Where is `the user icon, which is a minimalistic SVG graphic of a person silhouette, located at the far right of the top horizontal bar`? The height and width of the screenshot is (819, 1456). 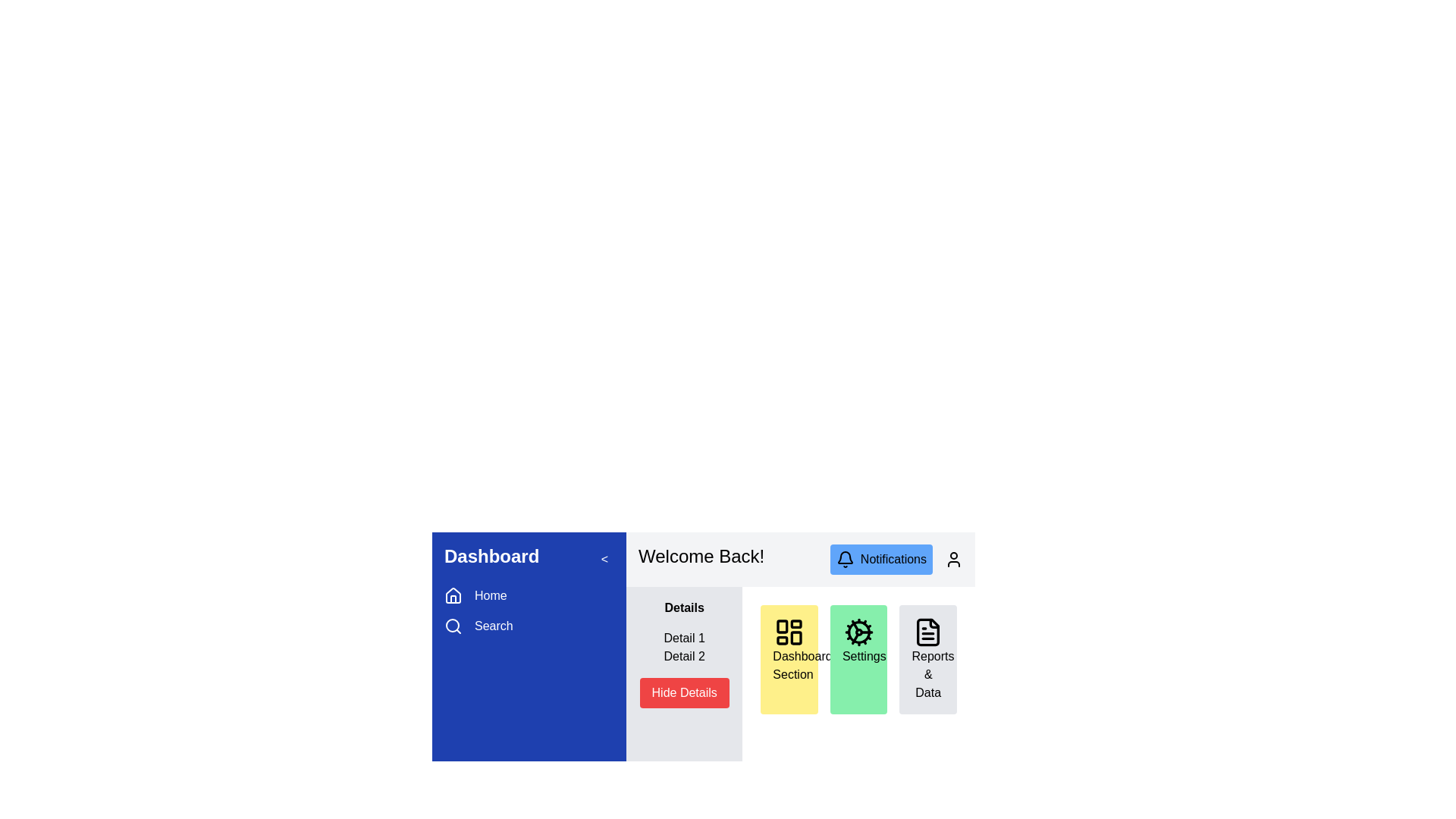
the user icon, which is a minimalistic SVG graphic of a person silhouette, located at the far right of the top horizontal bar is located at coordinates (952, 559).